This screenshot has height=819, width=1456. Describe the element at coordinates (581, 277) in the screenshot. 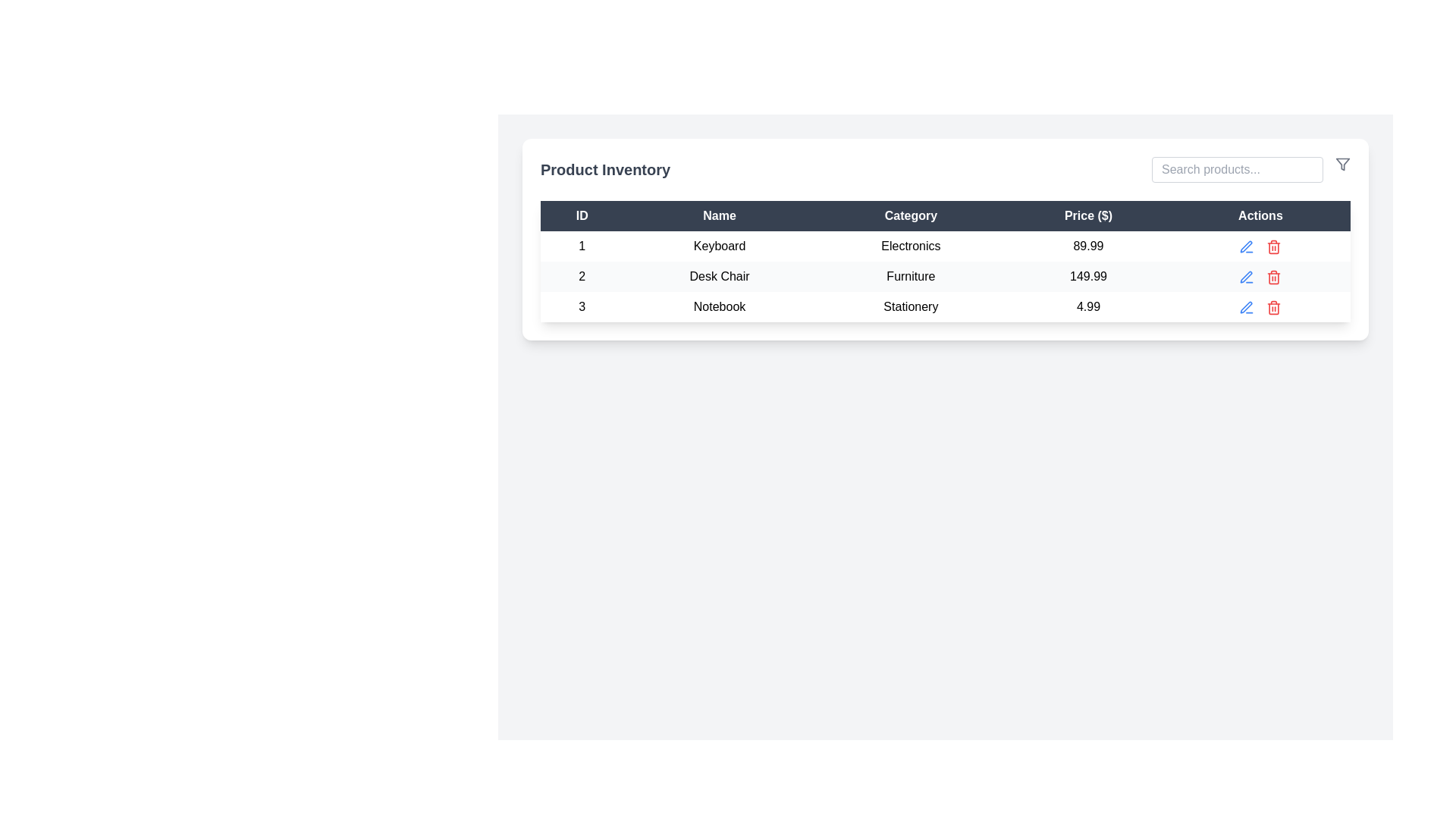

I see `the text label in the first cell of the second row in the table beneath the 'ID' column` at that location.